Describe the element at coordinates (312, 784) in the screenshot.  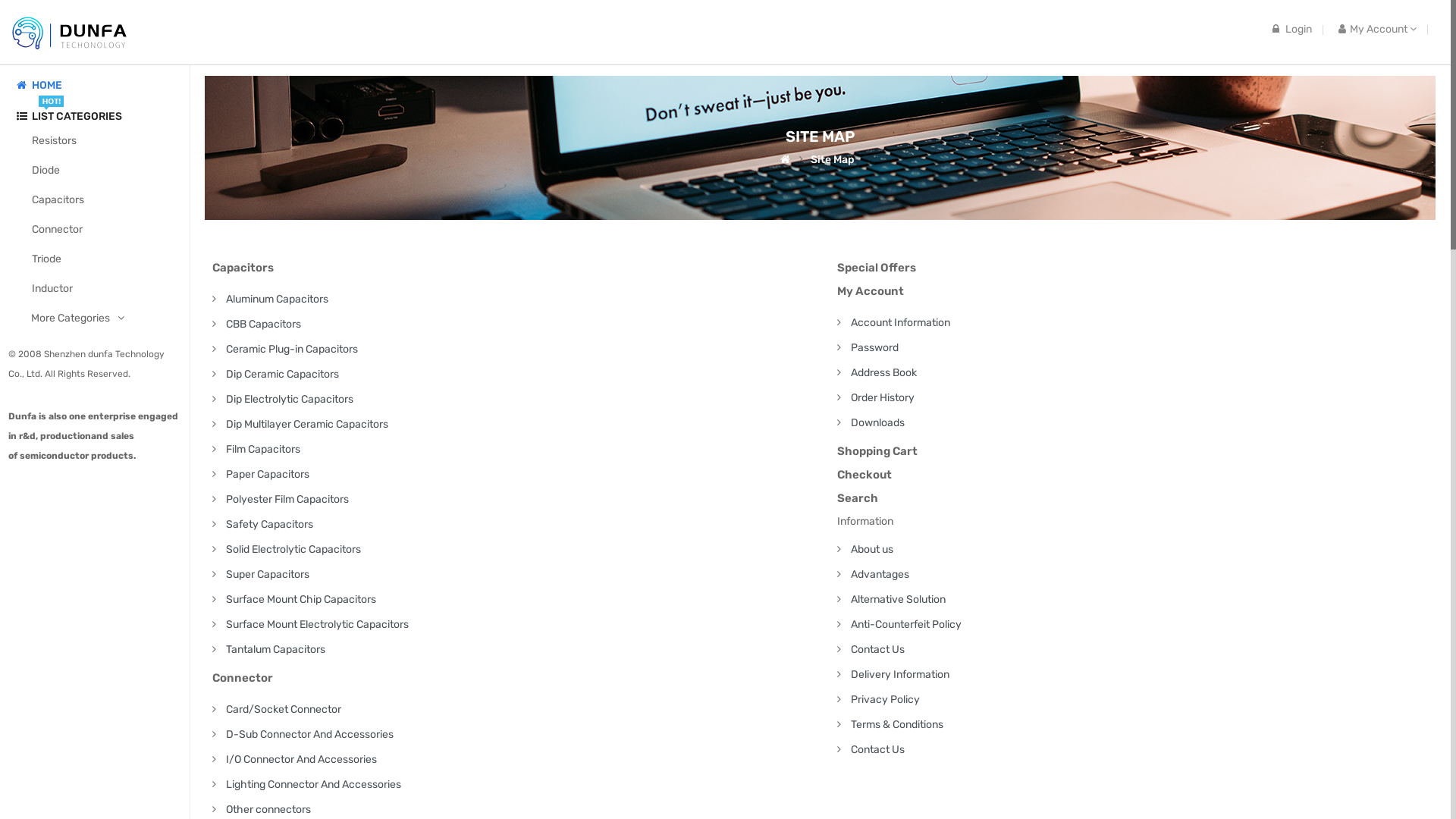
I see `'Lighting Connector And Accessories'` at that location.